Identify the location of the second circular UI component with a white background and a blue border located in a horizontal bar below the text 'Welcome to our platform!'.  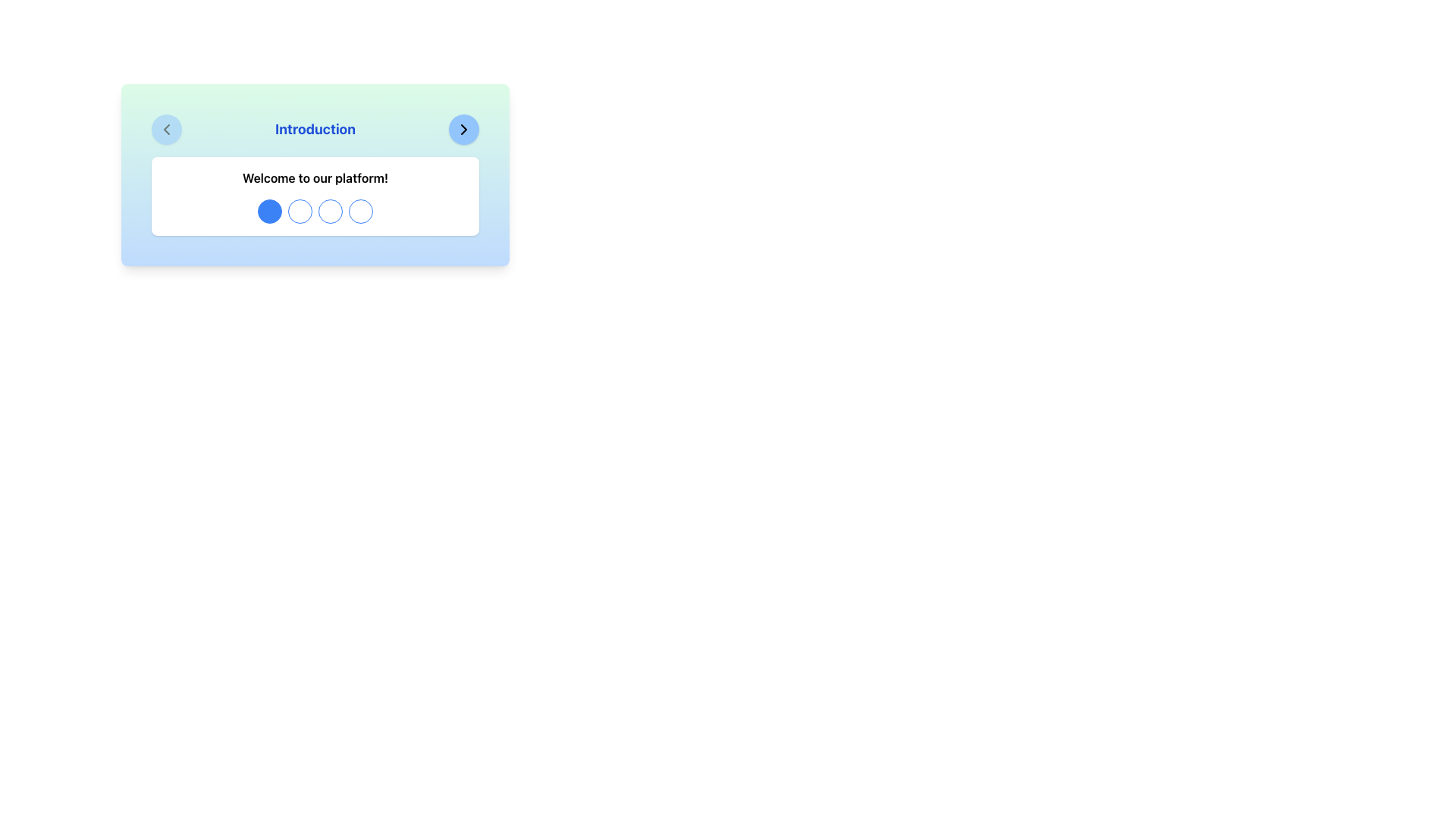
(300, 211).